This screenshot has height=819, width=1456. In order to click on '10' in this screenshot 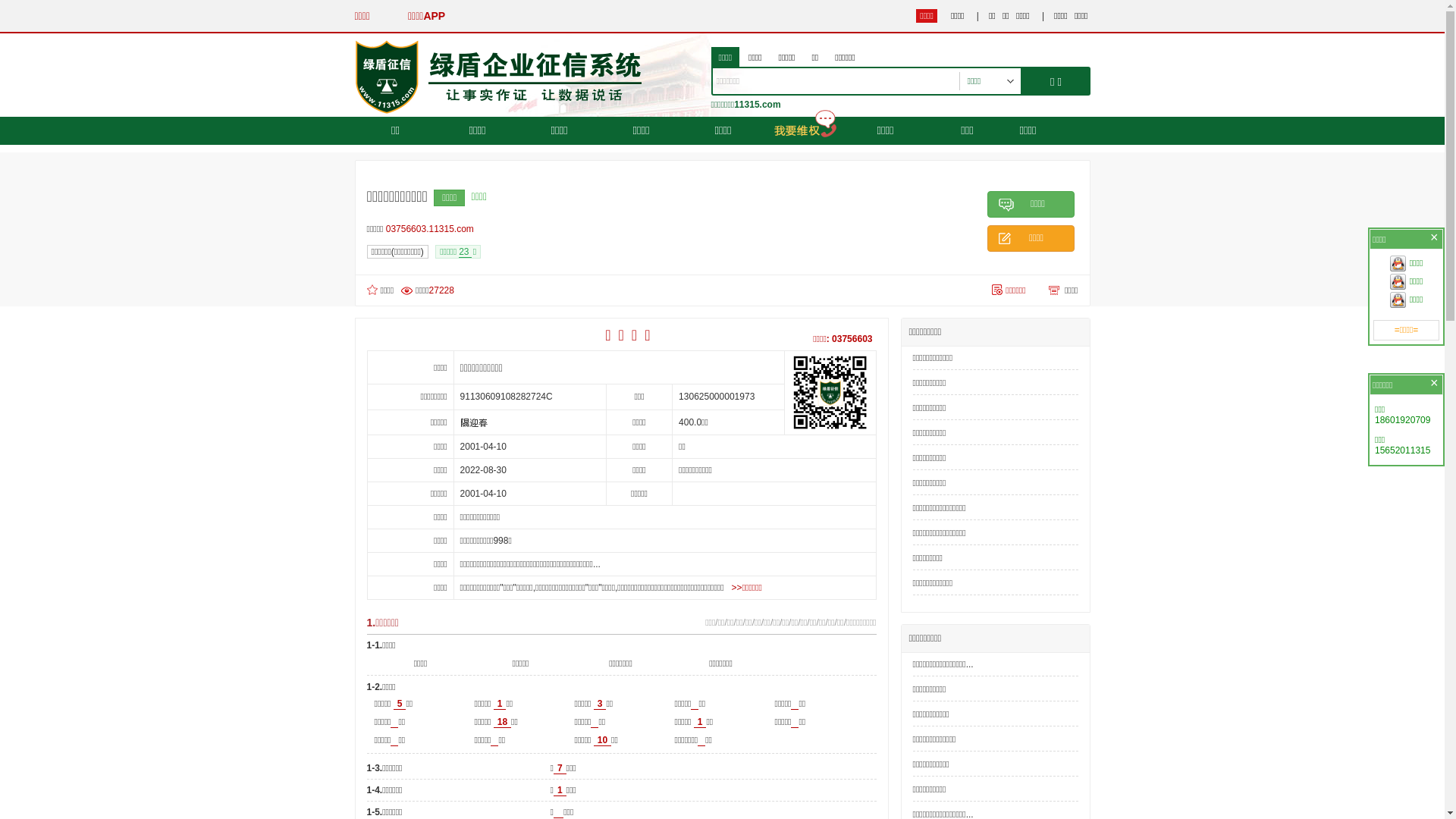, I will do `click(601, 739)`.